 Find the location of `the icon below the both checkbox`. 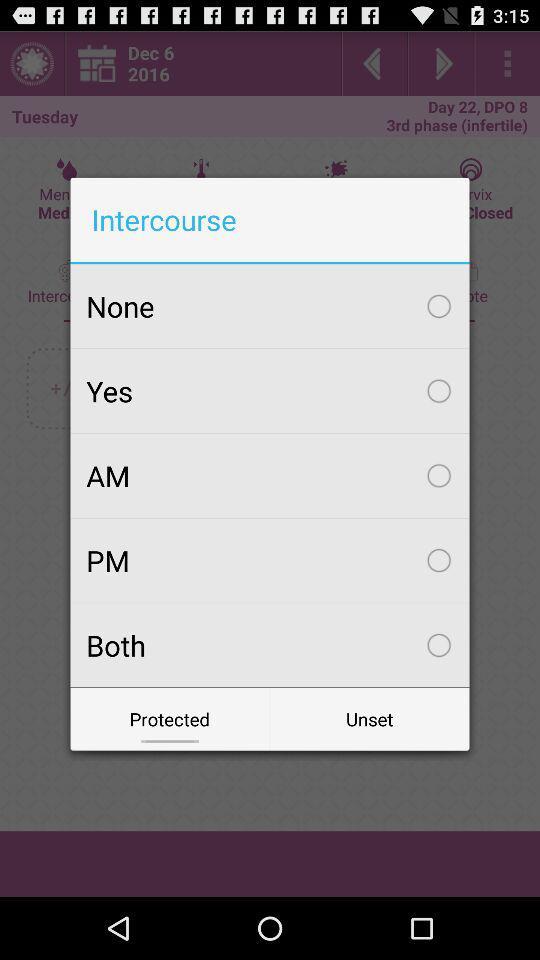

the icon below the both checkbox is located at coordinates (368, 719).